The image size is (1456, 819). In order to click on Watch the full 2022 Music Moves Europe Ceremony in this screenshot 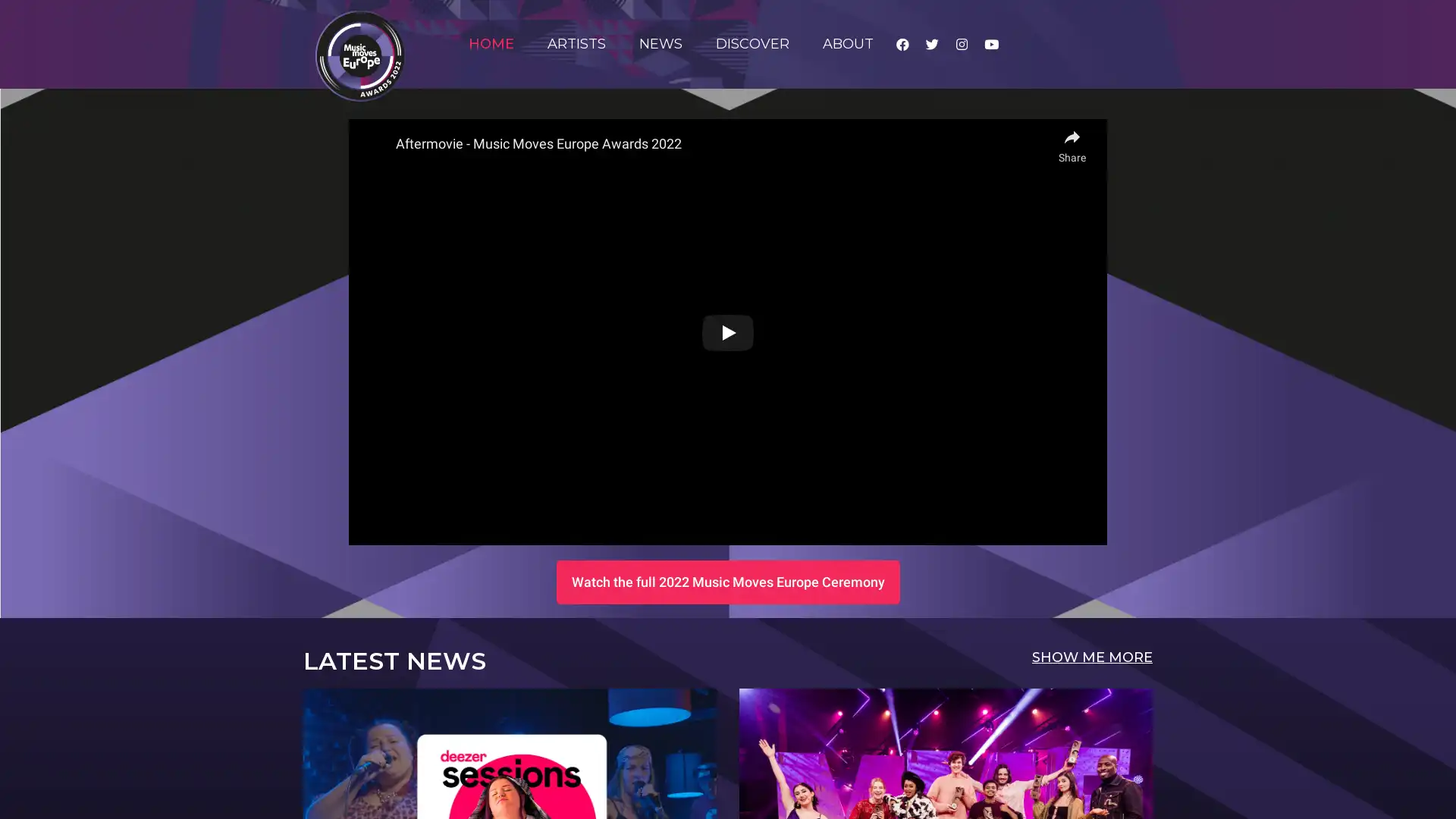, I will do `click(726, 581)`.